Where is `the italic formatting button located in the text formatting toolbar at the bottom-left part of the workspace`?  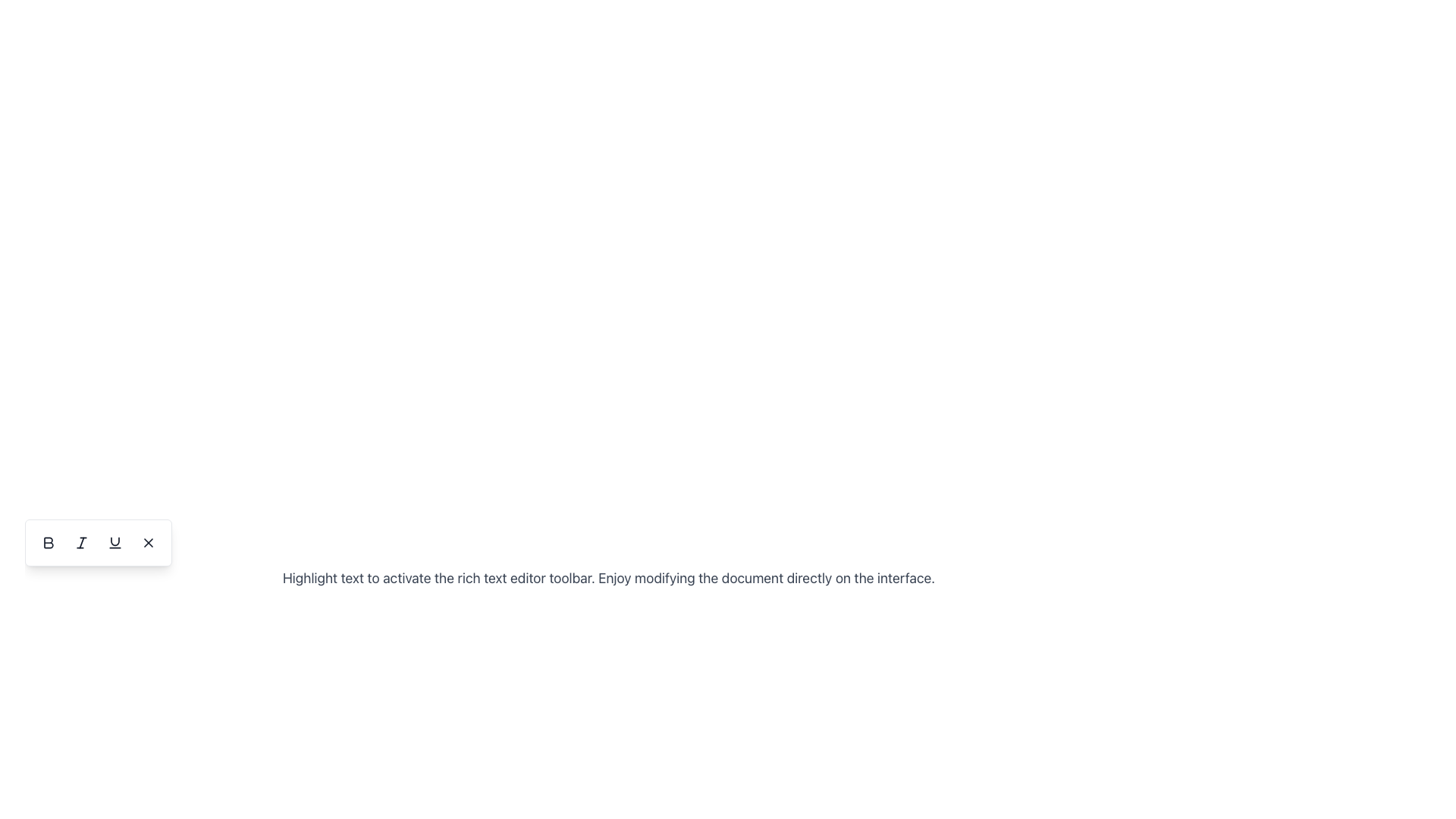
the italic formatting button located in the text formatting toolbar at the bottom-left part of the workspace is located at coordinates (81, 542).